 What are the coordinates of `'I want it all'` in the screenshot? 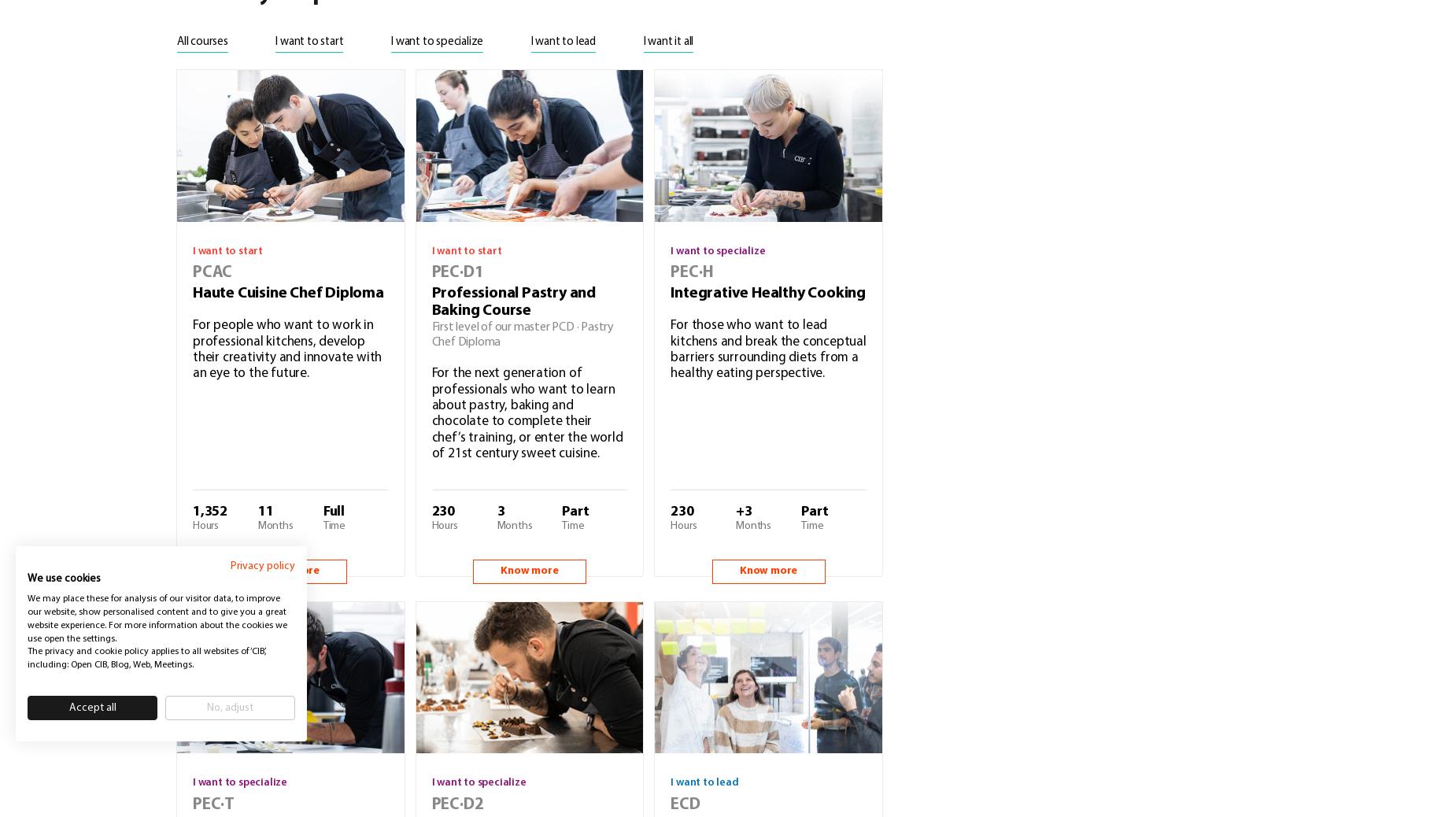 It's located at (667, 41).